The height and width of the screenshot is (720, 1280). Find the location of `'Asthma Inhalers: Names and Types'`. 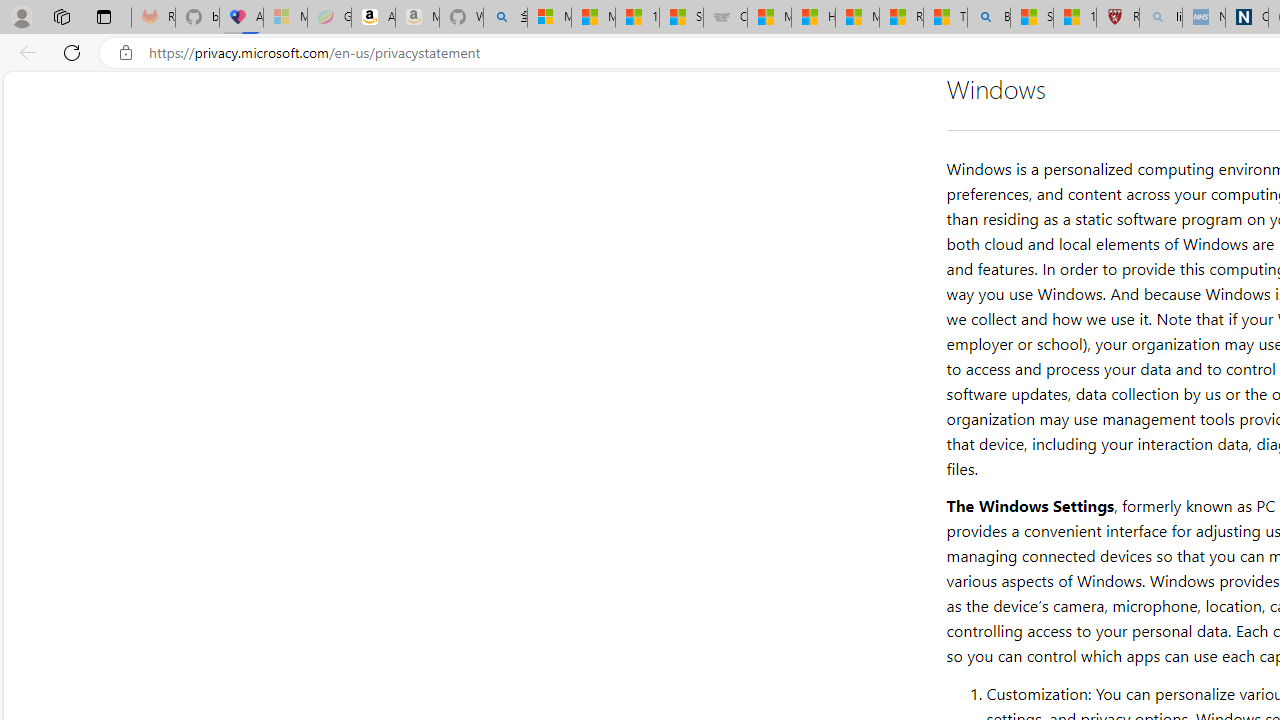

'Asthma Inhalers: Names and Types' is located at coordinates (240, 17).